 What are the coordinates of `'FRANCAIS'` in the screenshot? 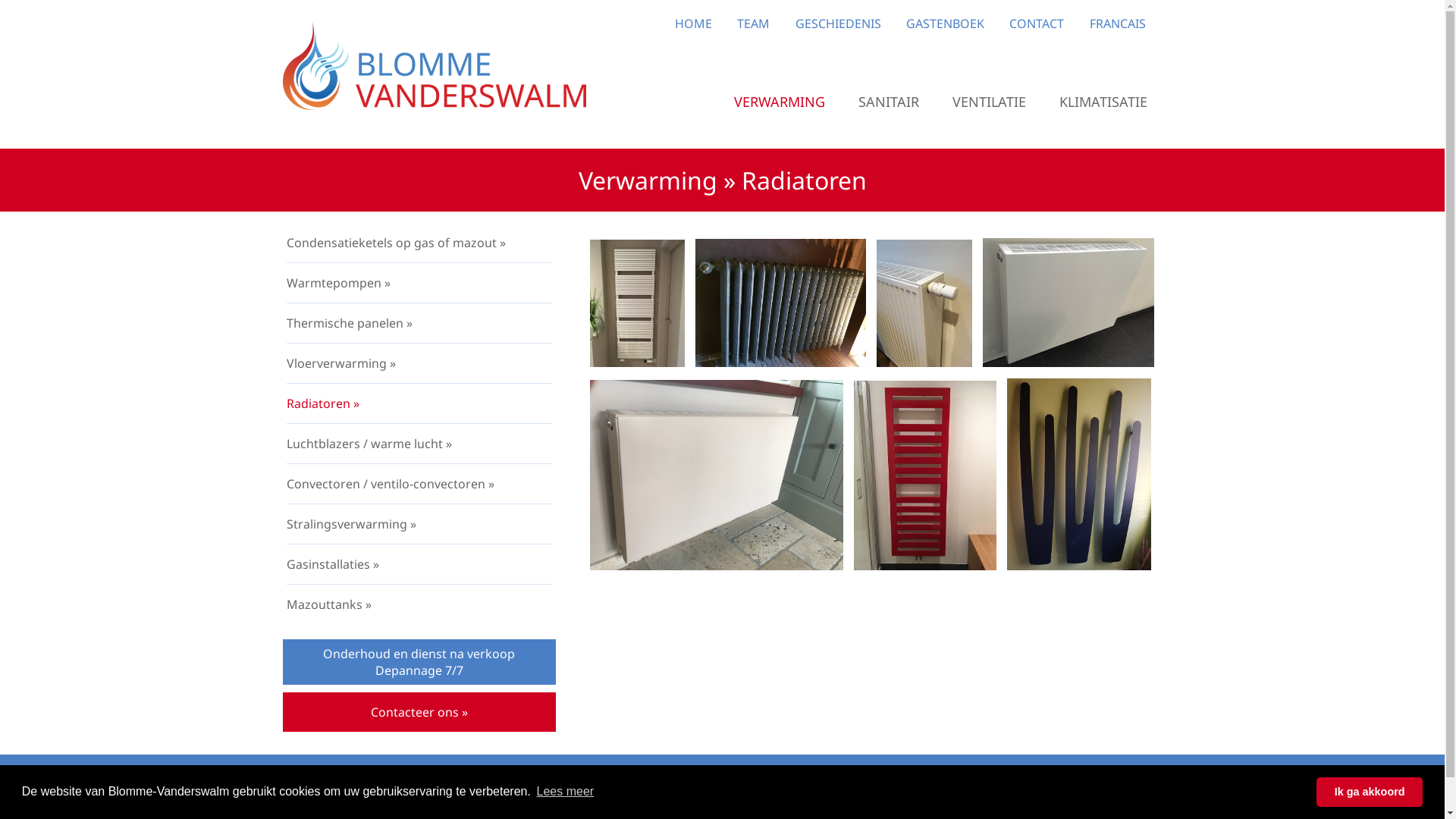 It's located at (1117, 23).